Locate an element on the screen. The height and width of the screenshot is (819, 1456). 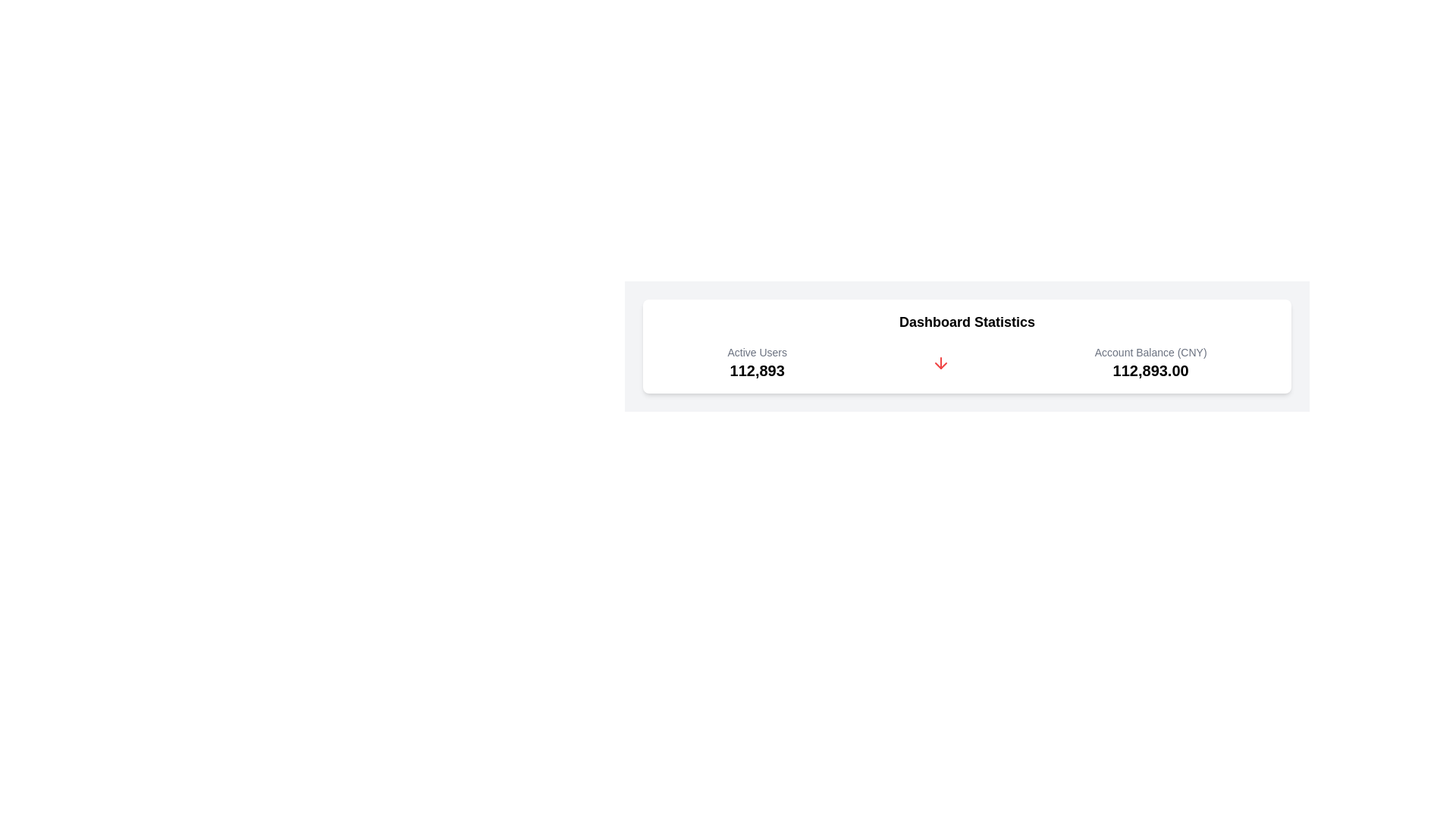
the Text Label displaying the numeric value '112,893.00', which is styled to stand out and is positioned underneath the 'Account Balance (CNY)' label is located at coordinates (1150, 371).